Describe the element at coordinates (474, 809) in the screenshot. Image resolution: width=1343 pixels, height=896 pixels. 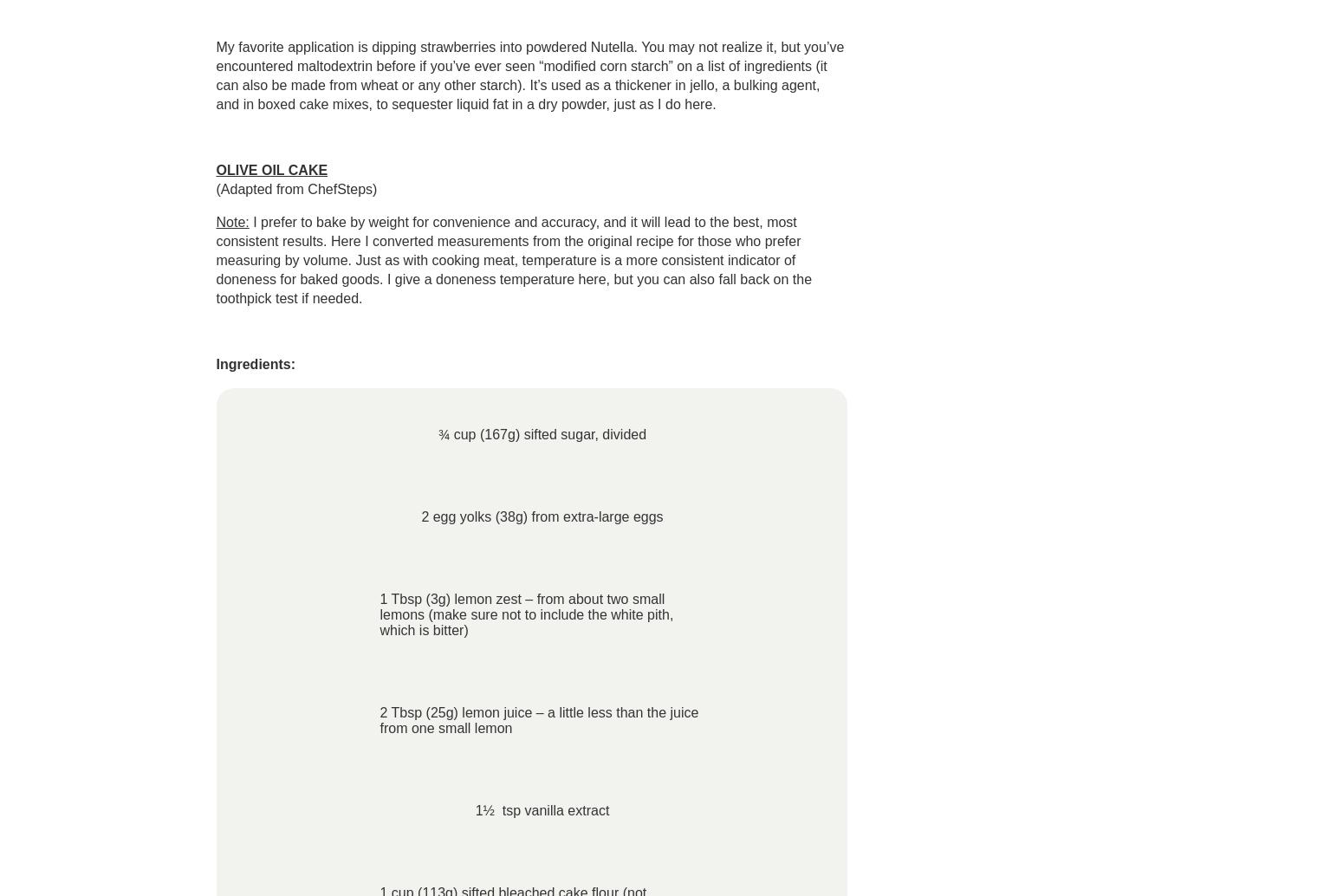
I see `'1½  tsp vanilla extract'` at that location.